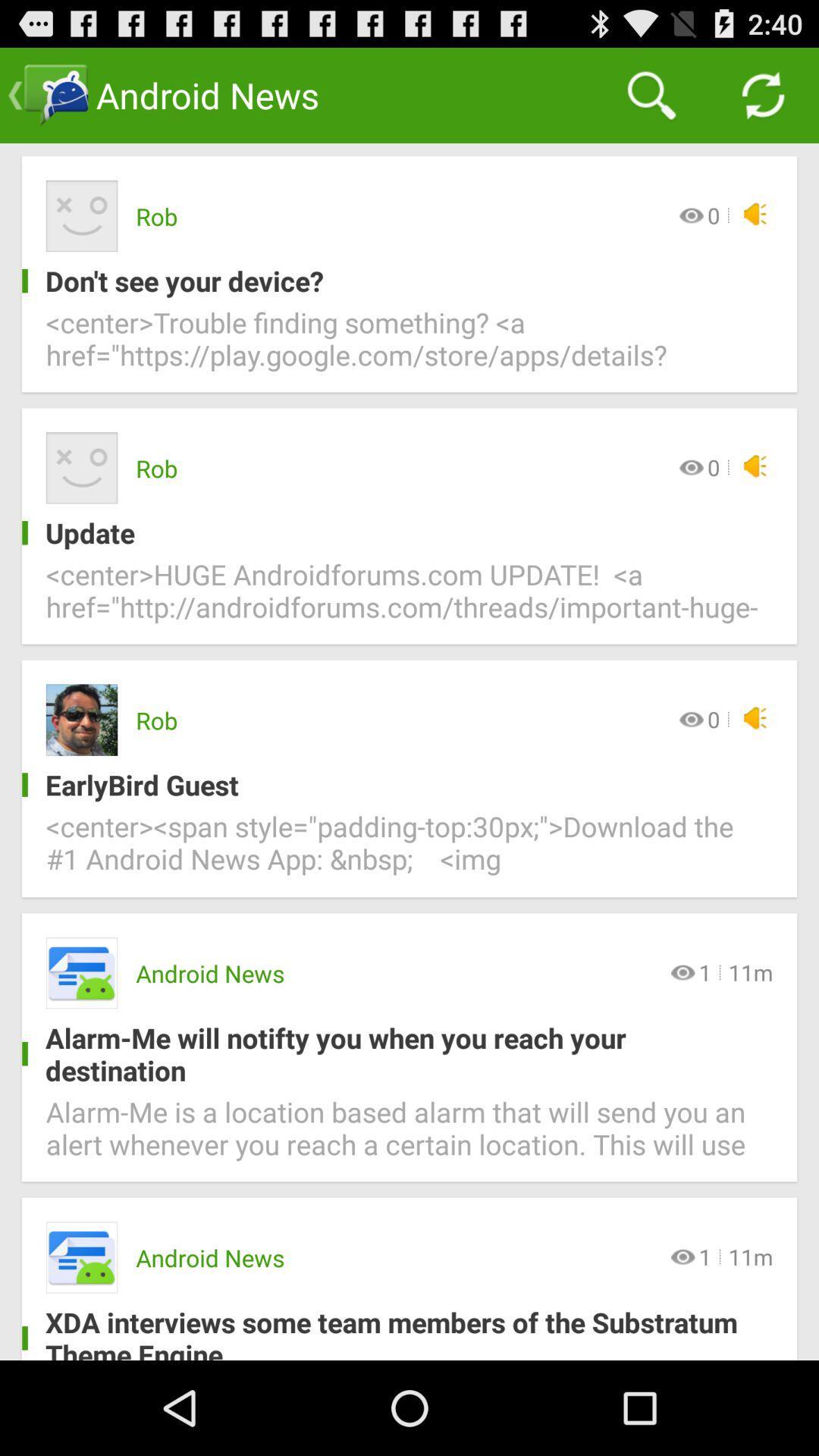 This screenshot has width=819, height=1456. I want to click on icon above center span style, so click(397, 785).